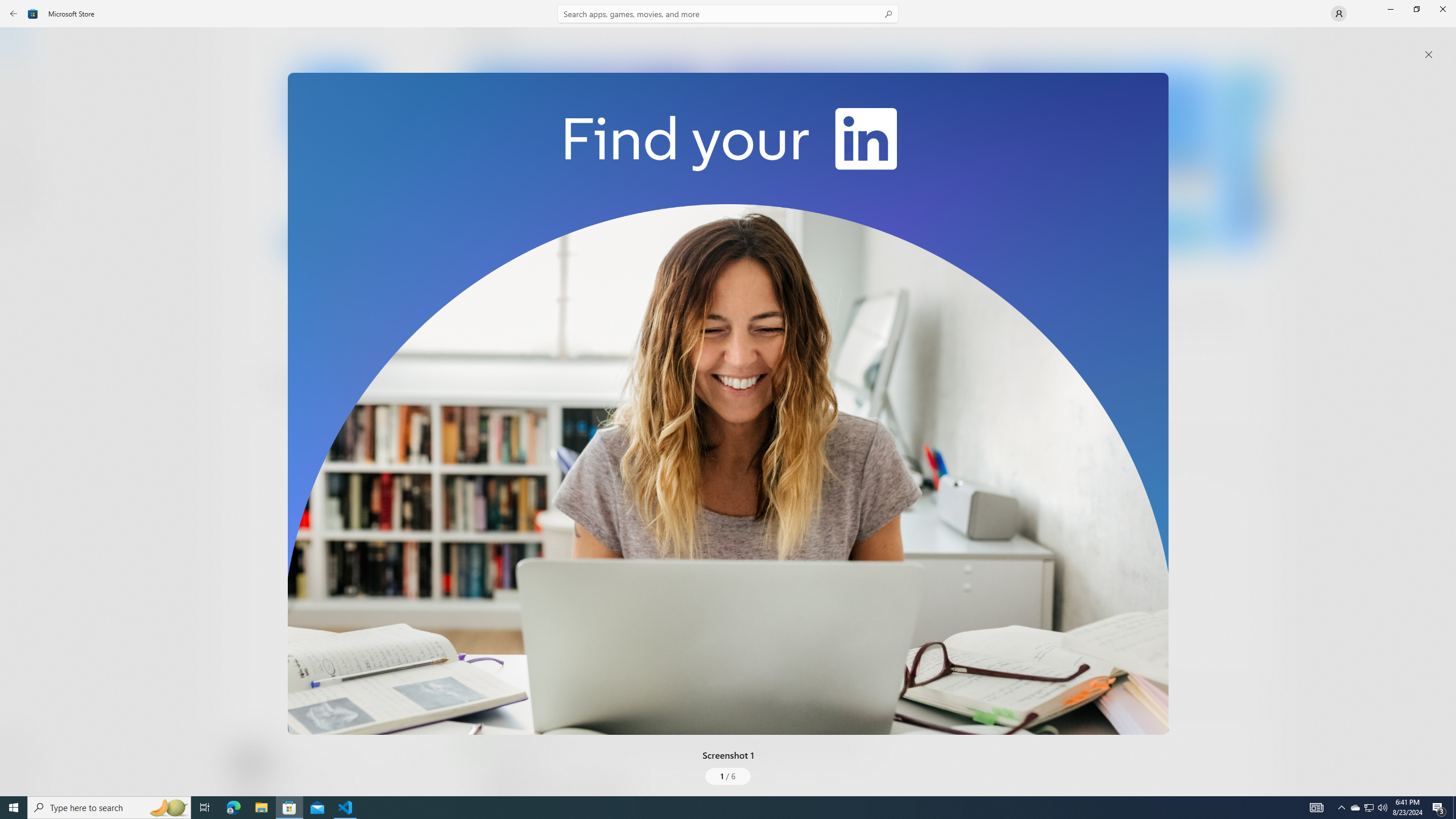  I want to click on 'Screenshot 1', so click(728, 403).